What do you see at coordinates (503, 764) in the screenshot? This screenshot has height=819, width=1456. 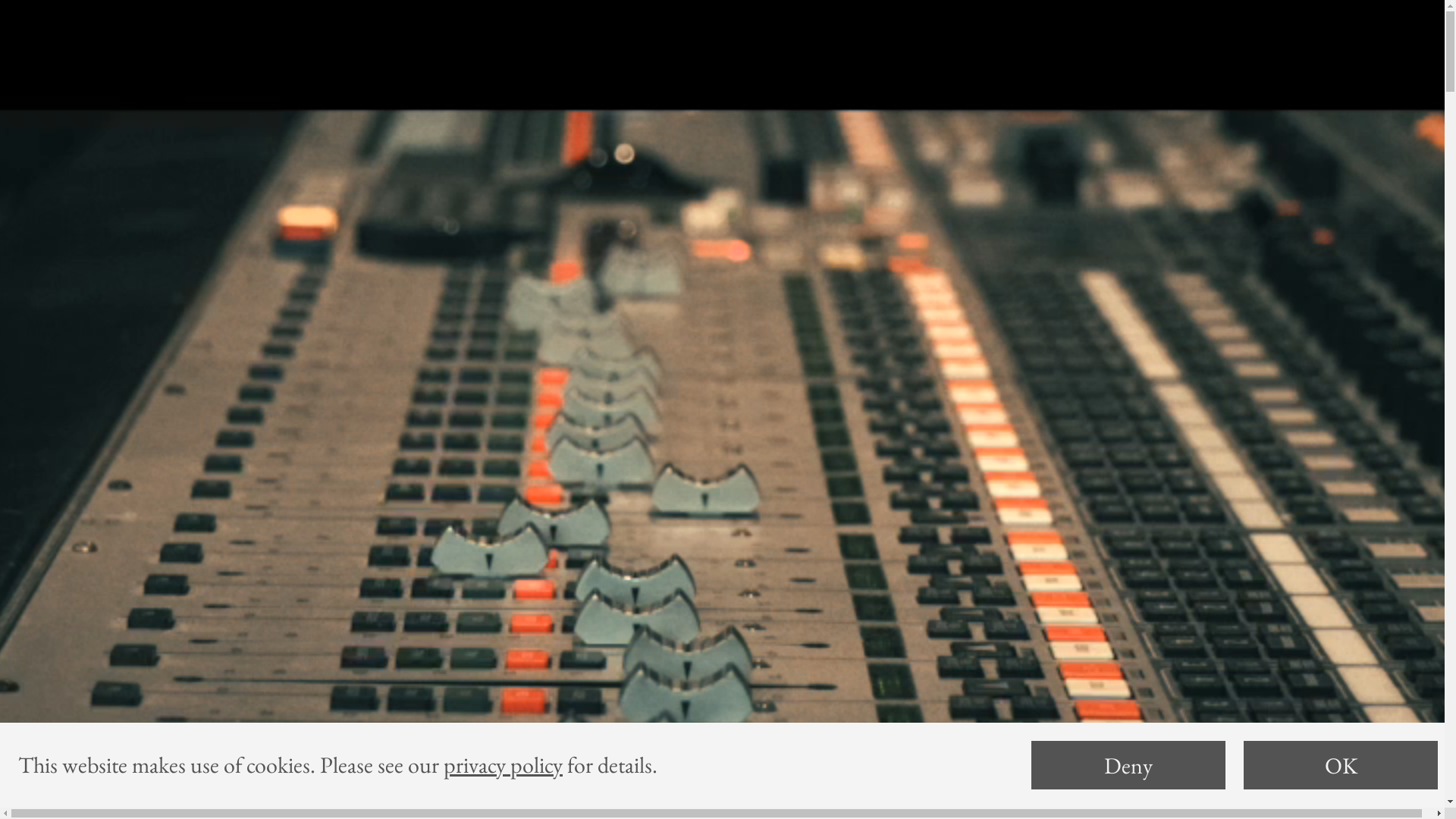 I see `'privacy policy'` at bounding box center [503, 764].